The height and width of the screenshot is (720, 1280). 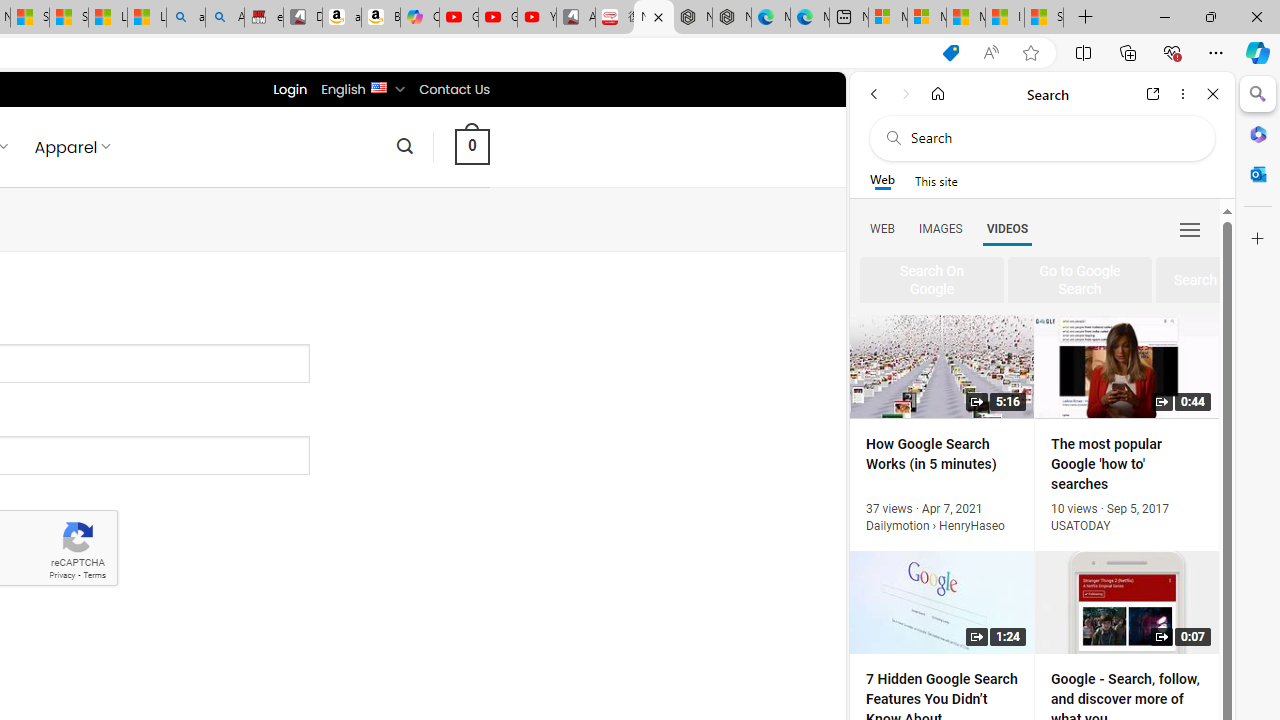 I want to click on 'YouTube Kids - An App Created for Kids to Explore Content', so click(x=536, y=17).